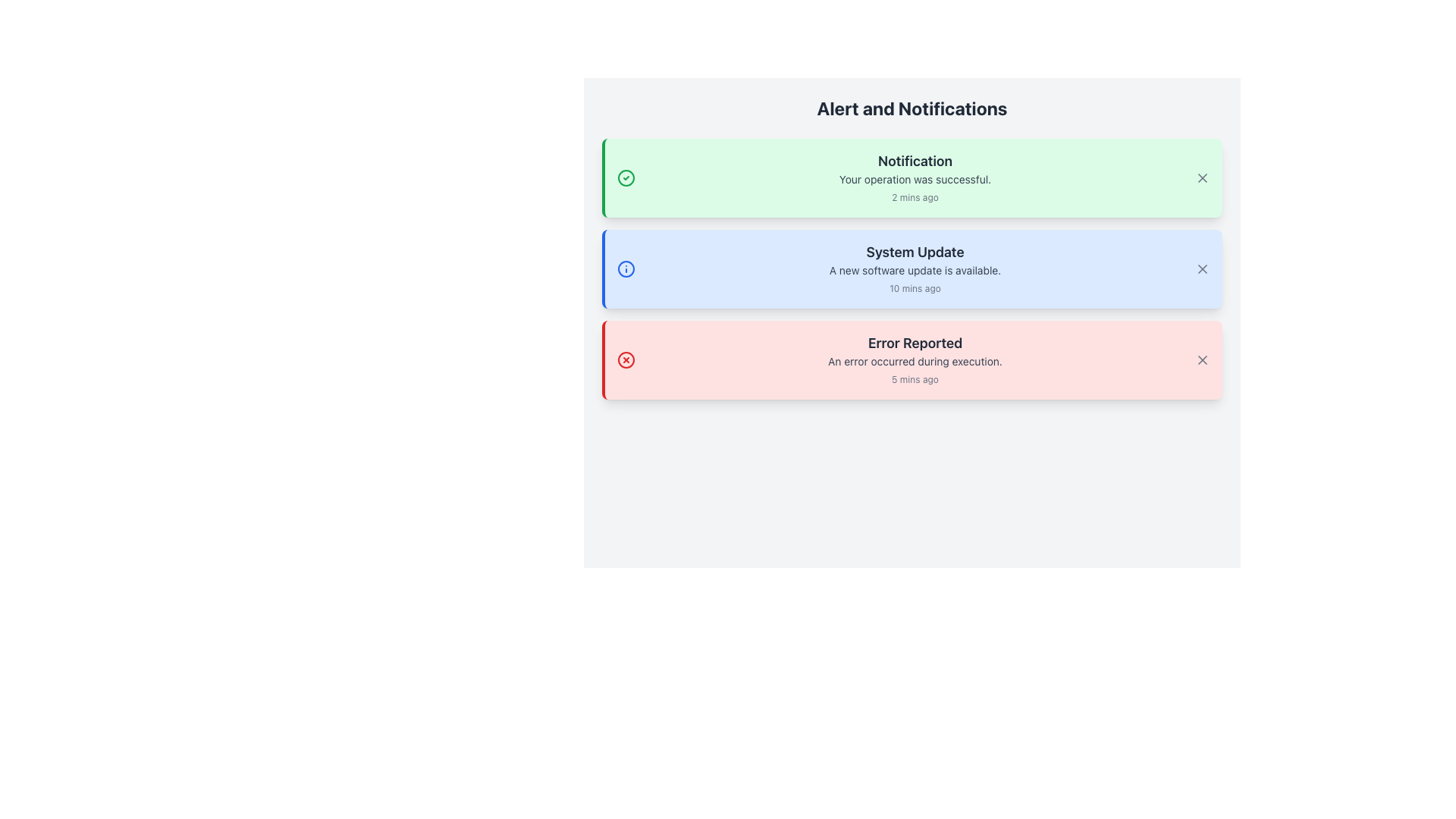 This screenshot has width=1456, height=819. I want to click on the text label displaying '10 mins ago' in small gray font, located at the bottom-right of the 'System Update' notification card, so click(914, 288).